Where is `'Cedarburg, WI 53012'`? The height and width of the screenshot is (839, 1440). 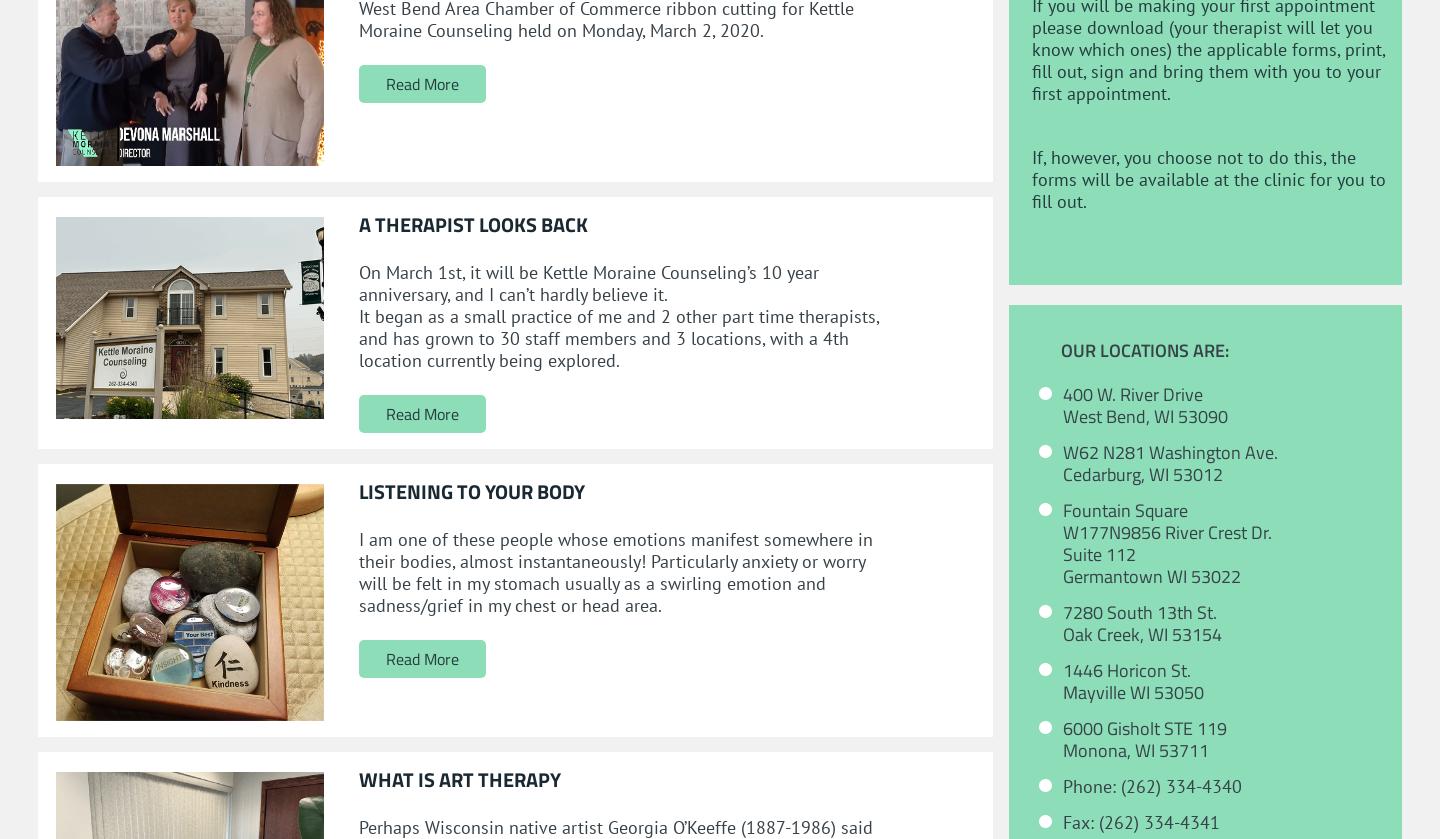 'Cedarburg, WI 53012' is located at coordinates (1142, 473).